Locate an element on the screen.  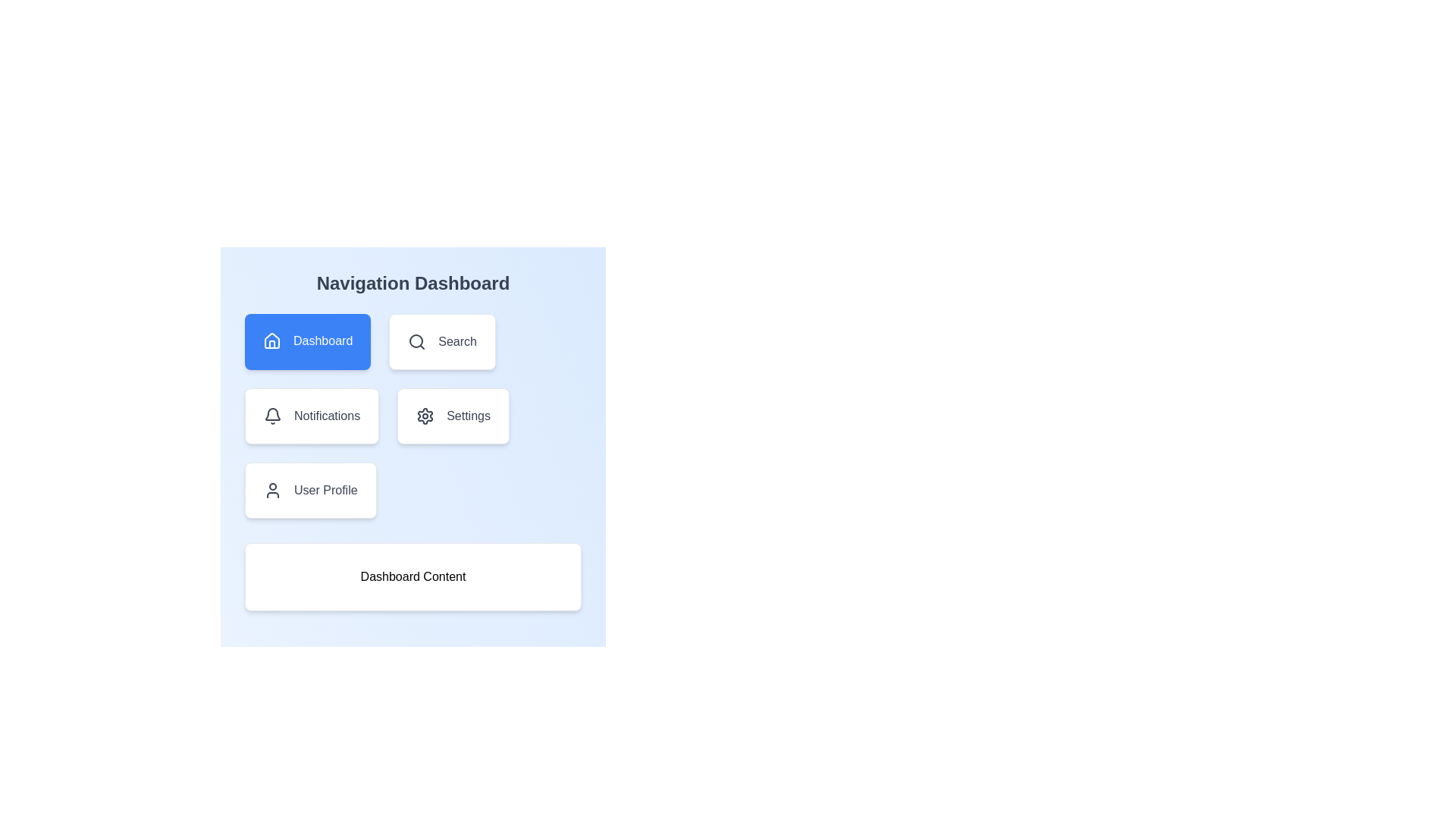
the navigation button in the second row, first column of the grid-style layout in the 'Navigation Dashboard' is located at coordinates (311, 416).